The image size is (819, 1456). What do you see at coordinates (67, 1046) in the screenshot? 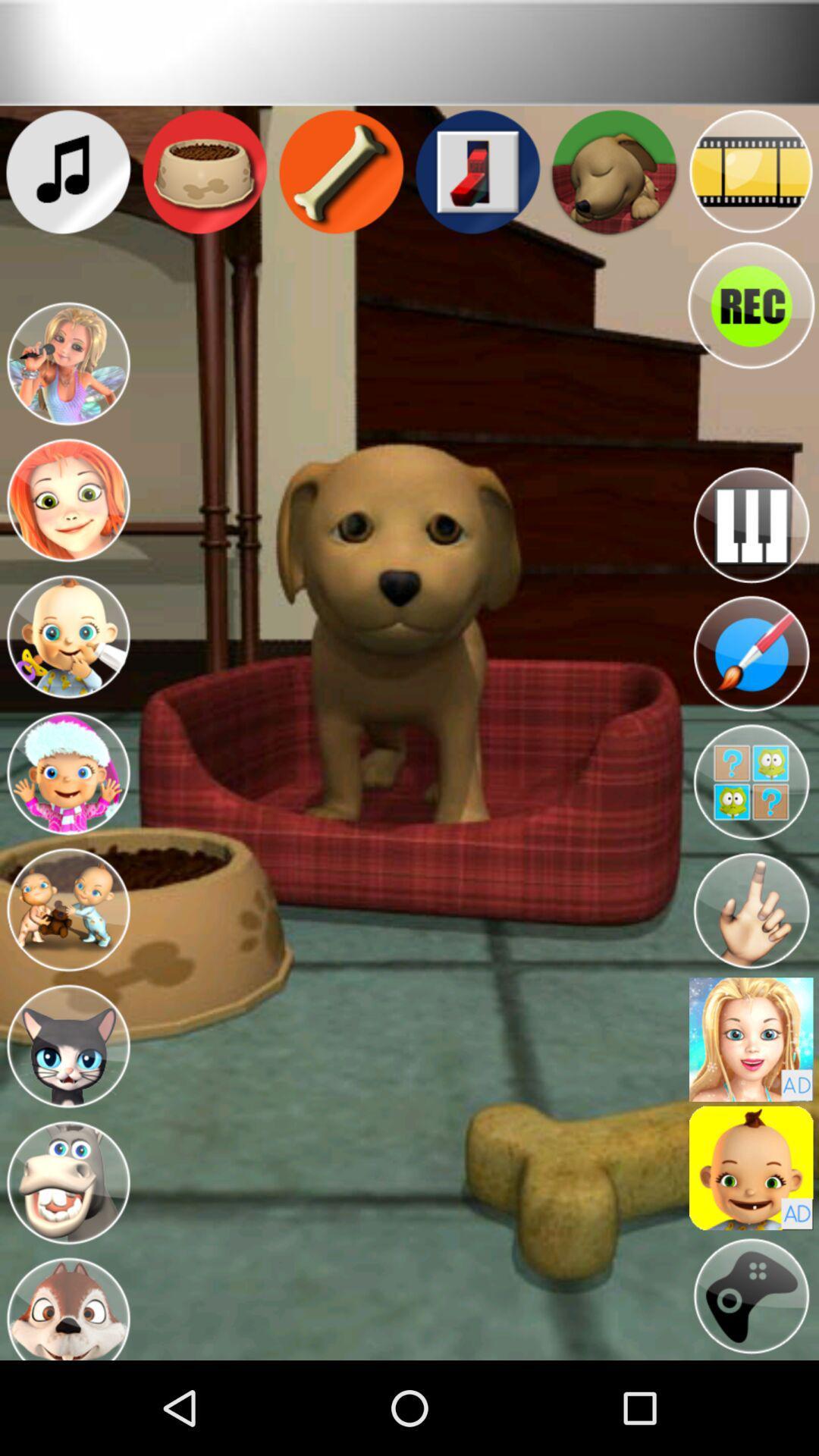
I see `cat` at bounding box center [67, 1046].